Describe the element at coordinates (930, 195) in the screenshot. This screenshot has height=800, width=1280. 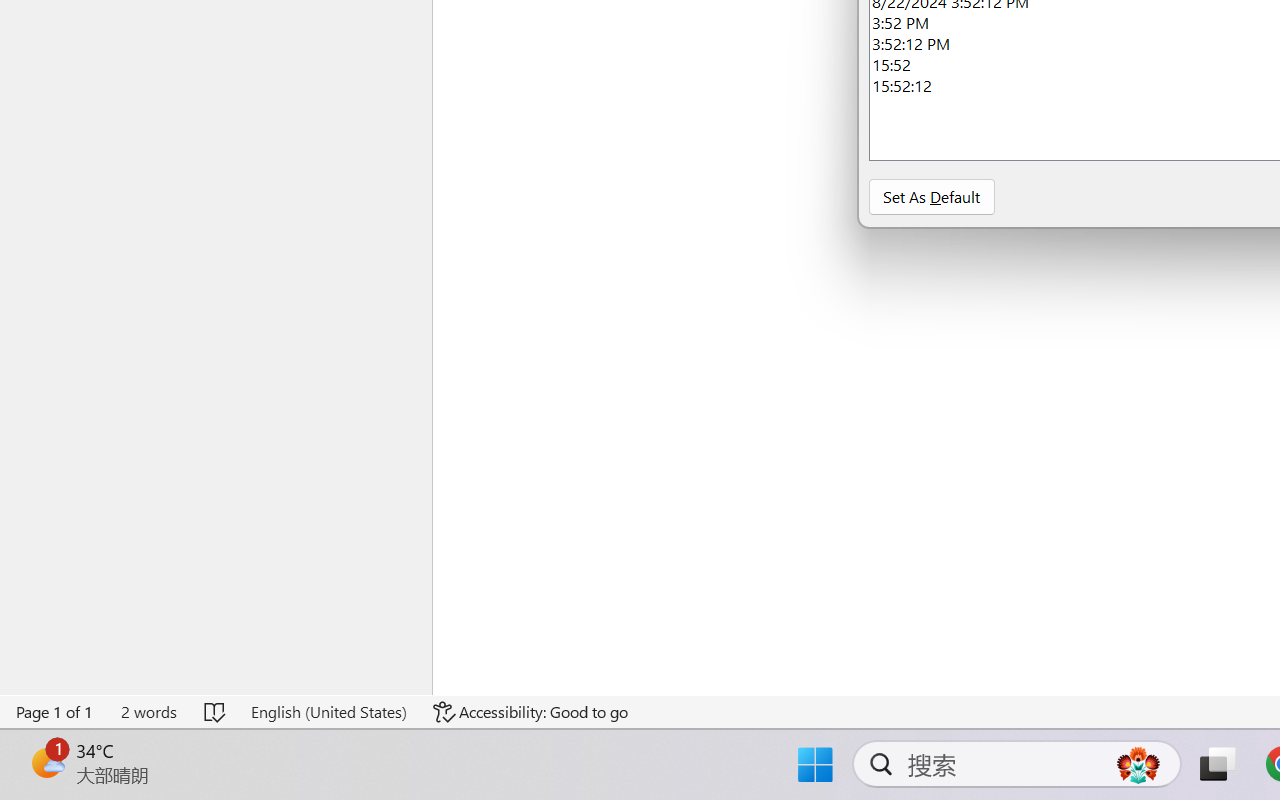
I see `'Set As Default'` at that location.